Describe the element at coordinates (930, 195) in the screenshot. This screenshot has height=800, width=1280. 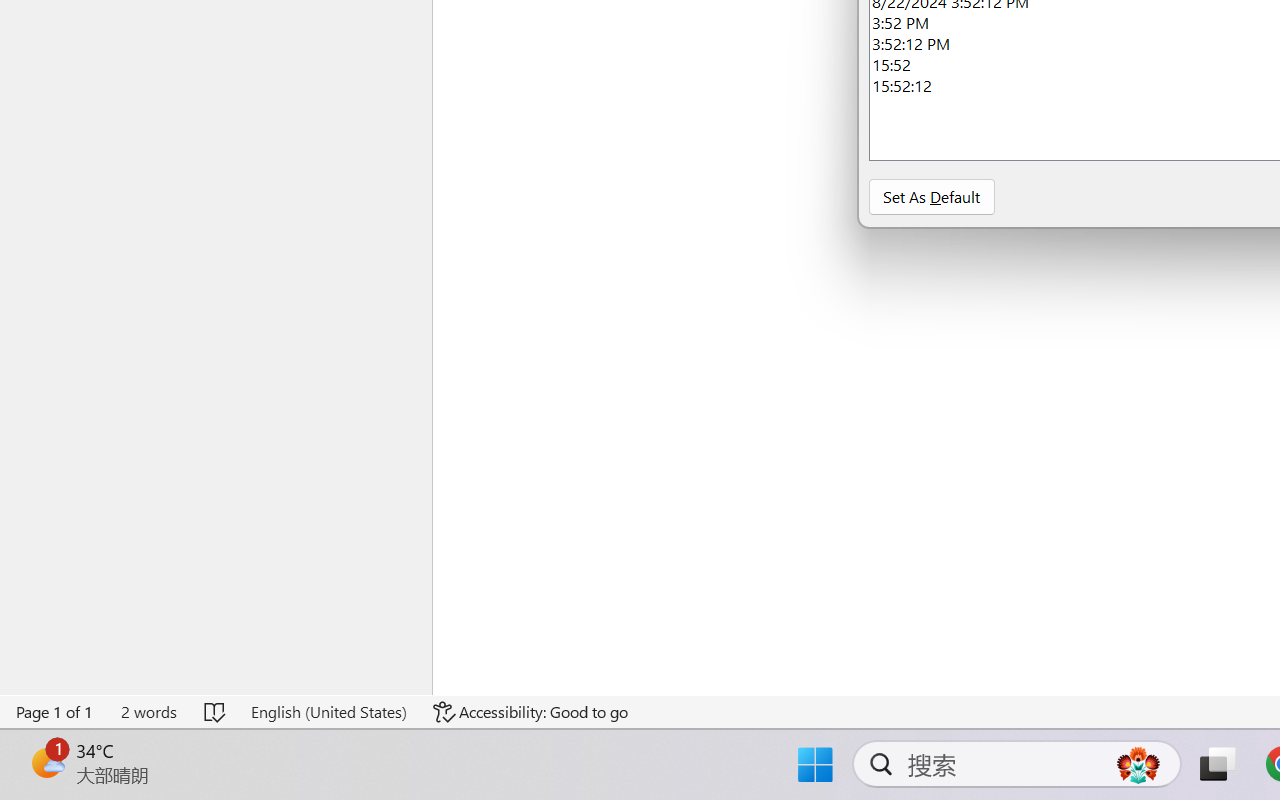
I see `'Set As Default'` at that location.